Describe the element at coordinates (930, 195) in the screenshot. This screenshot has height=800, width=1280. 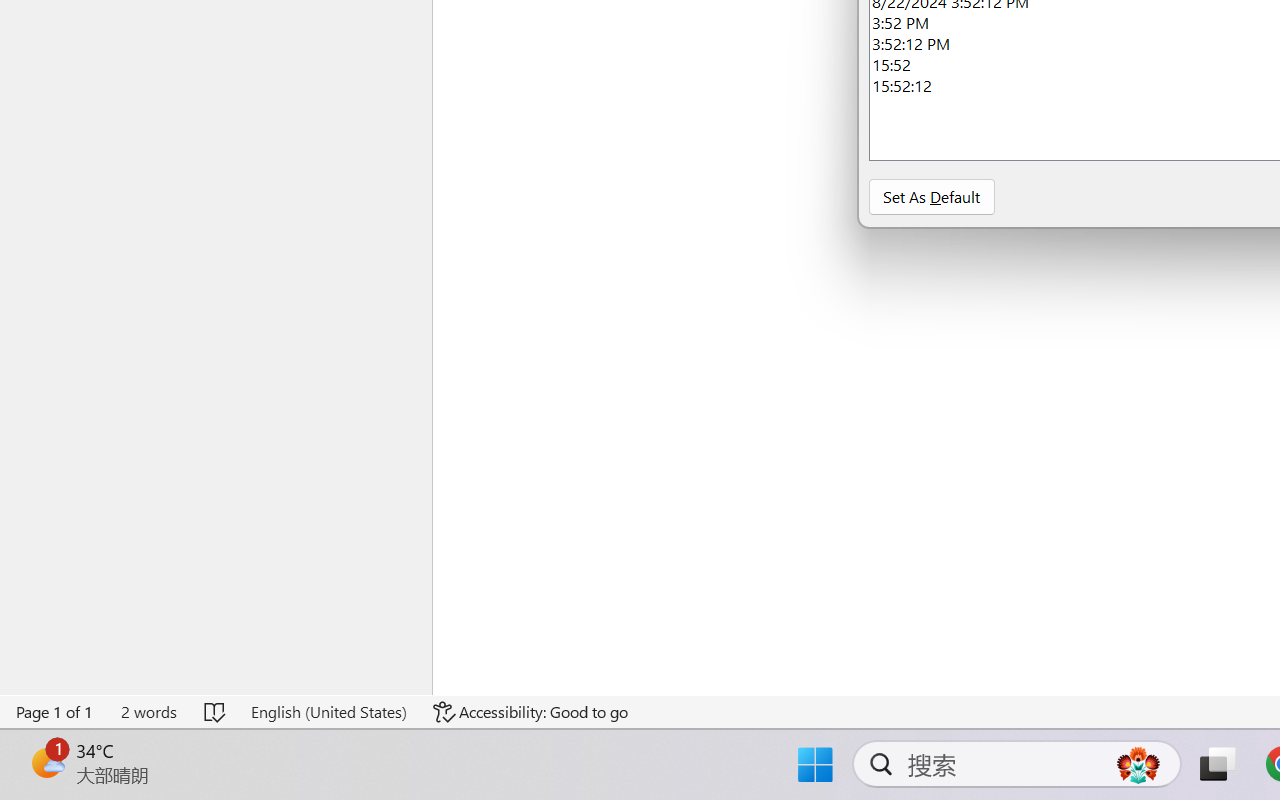
I see `'Set As Default'` at that location.